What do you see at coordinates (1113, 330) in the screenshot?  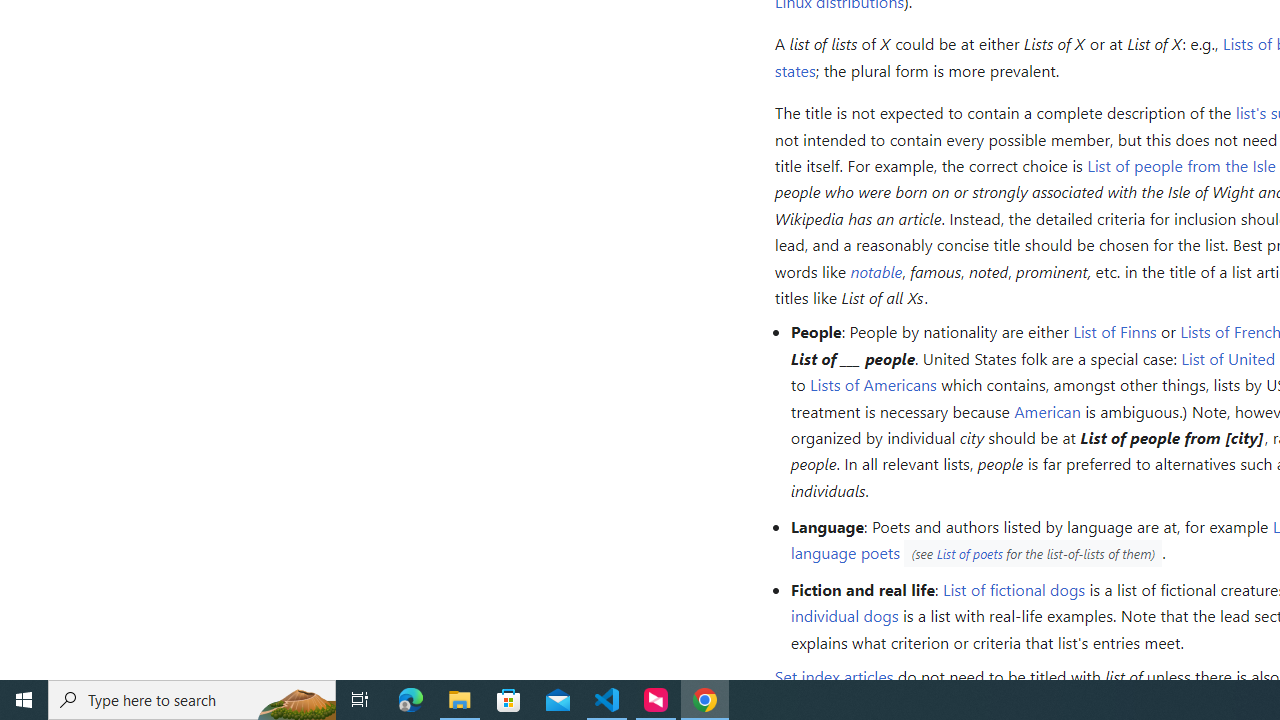 I see `'List of Finns'` at bounding box center [1113, 330].